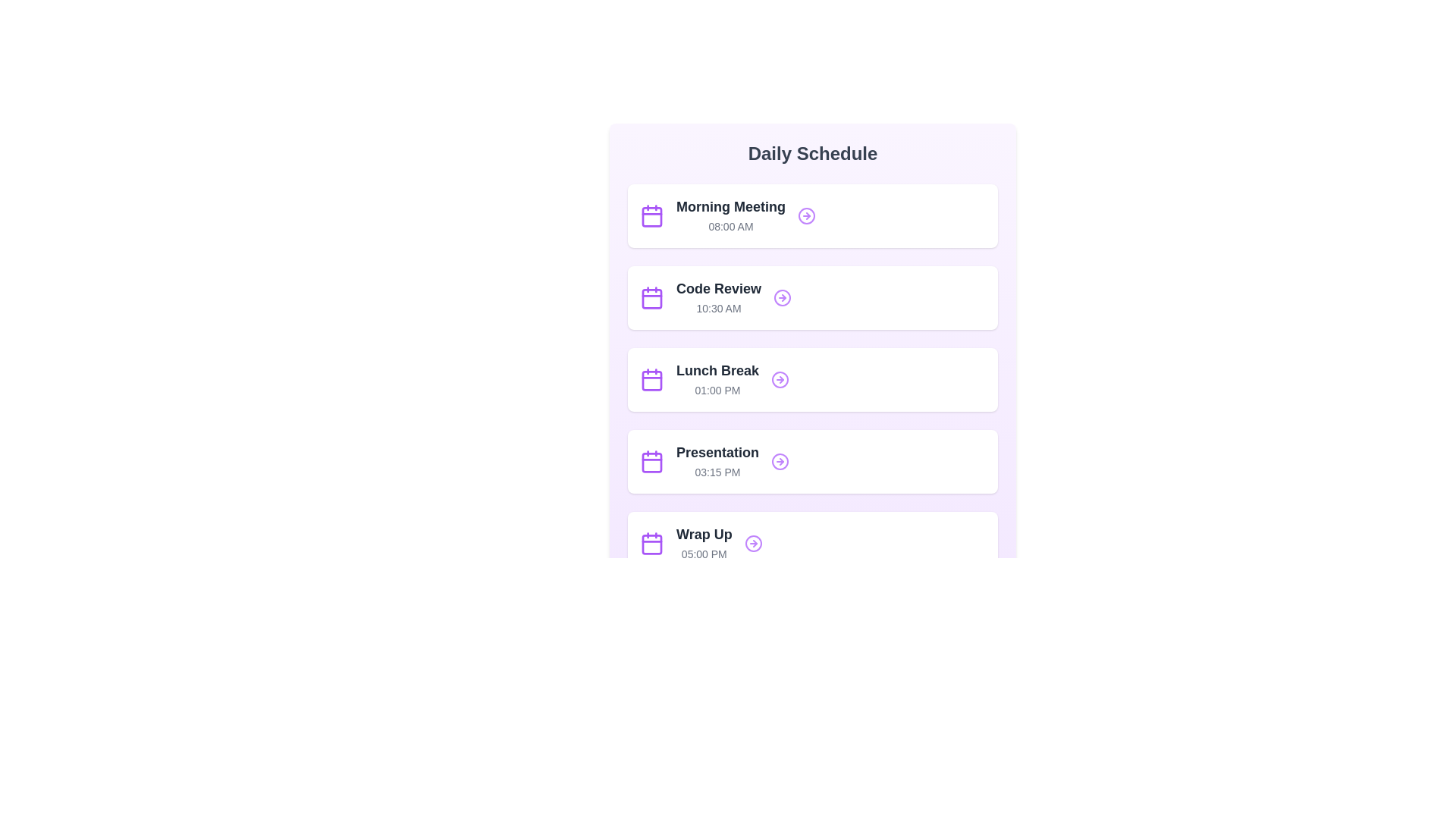 Image resolution: width=1456 pixels, height=819 pixels. Describe the element at coordinates (806, 216) in the screenshot. I see `the decorative graphic circle that is part of the navigation icons for the 'Morning Meeting' schedule item` at that location.